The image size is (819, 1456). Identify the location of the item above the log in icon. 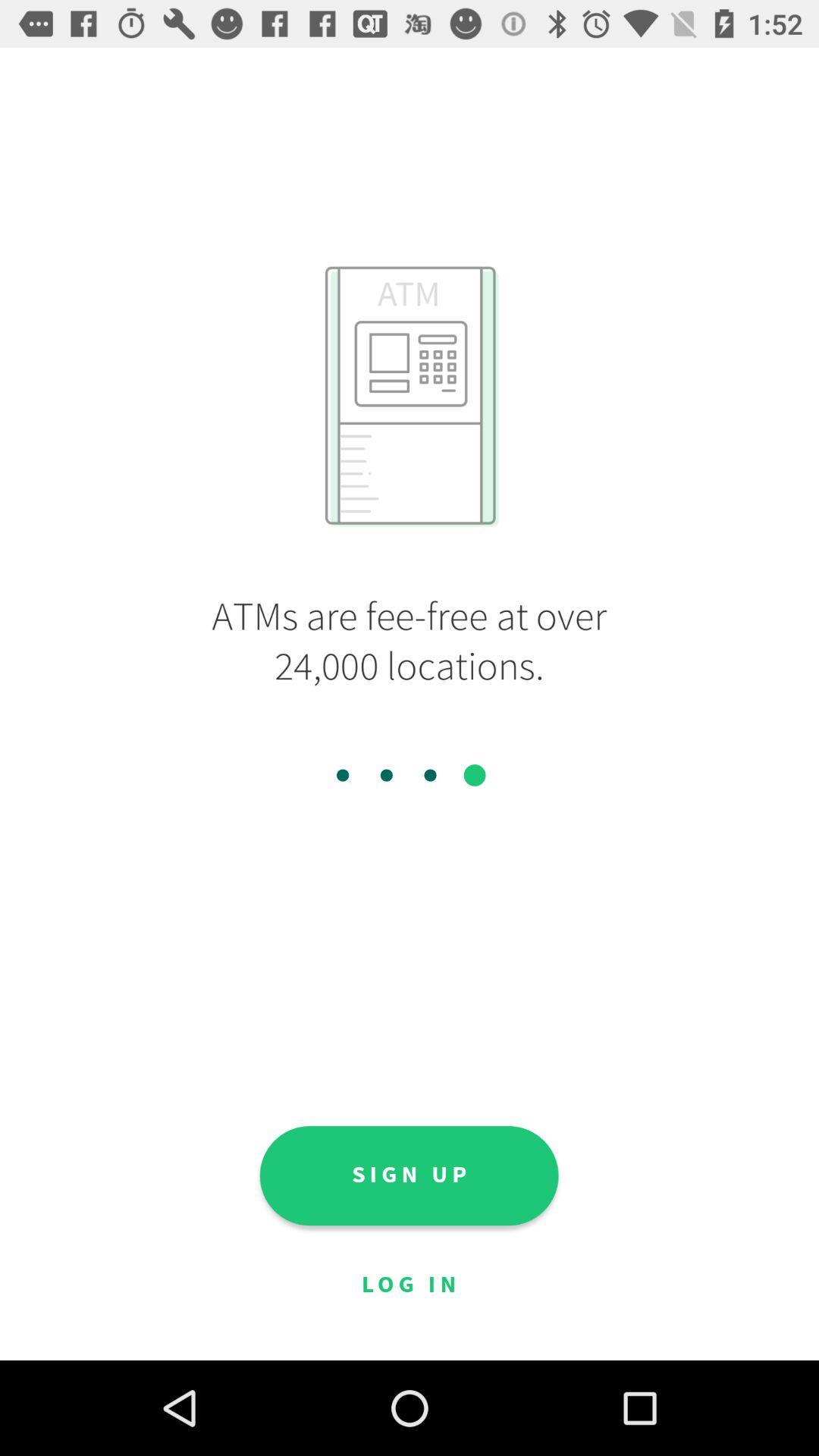
(408, 1175).